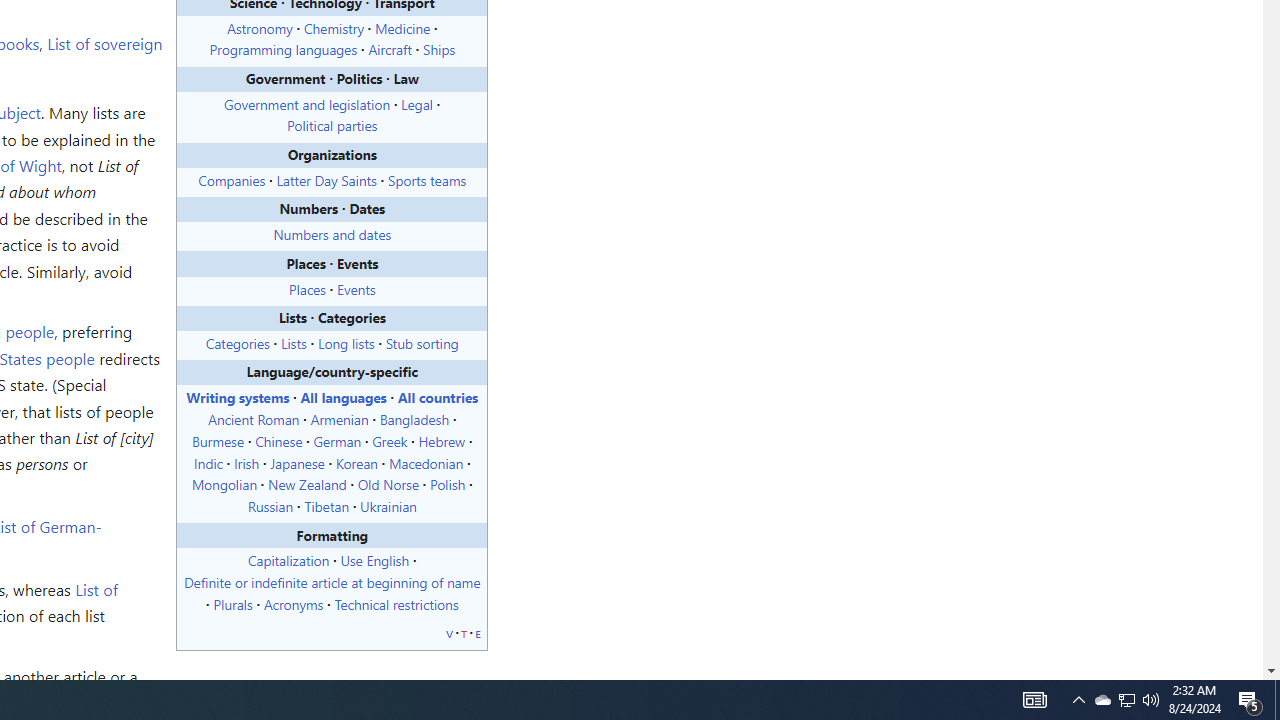 This screenshot has width=1280, height=720. Describe the element at coordinates (440, 439) in the screenshot. I see `'Hebrew'` at that location.